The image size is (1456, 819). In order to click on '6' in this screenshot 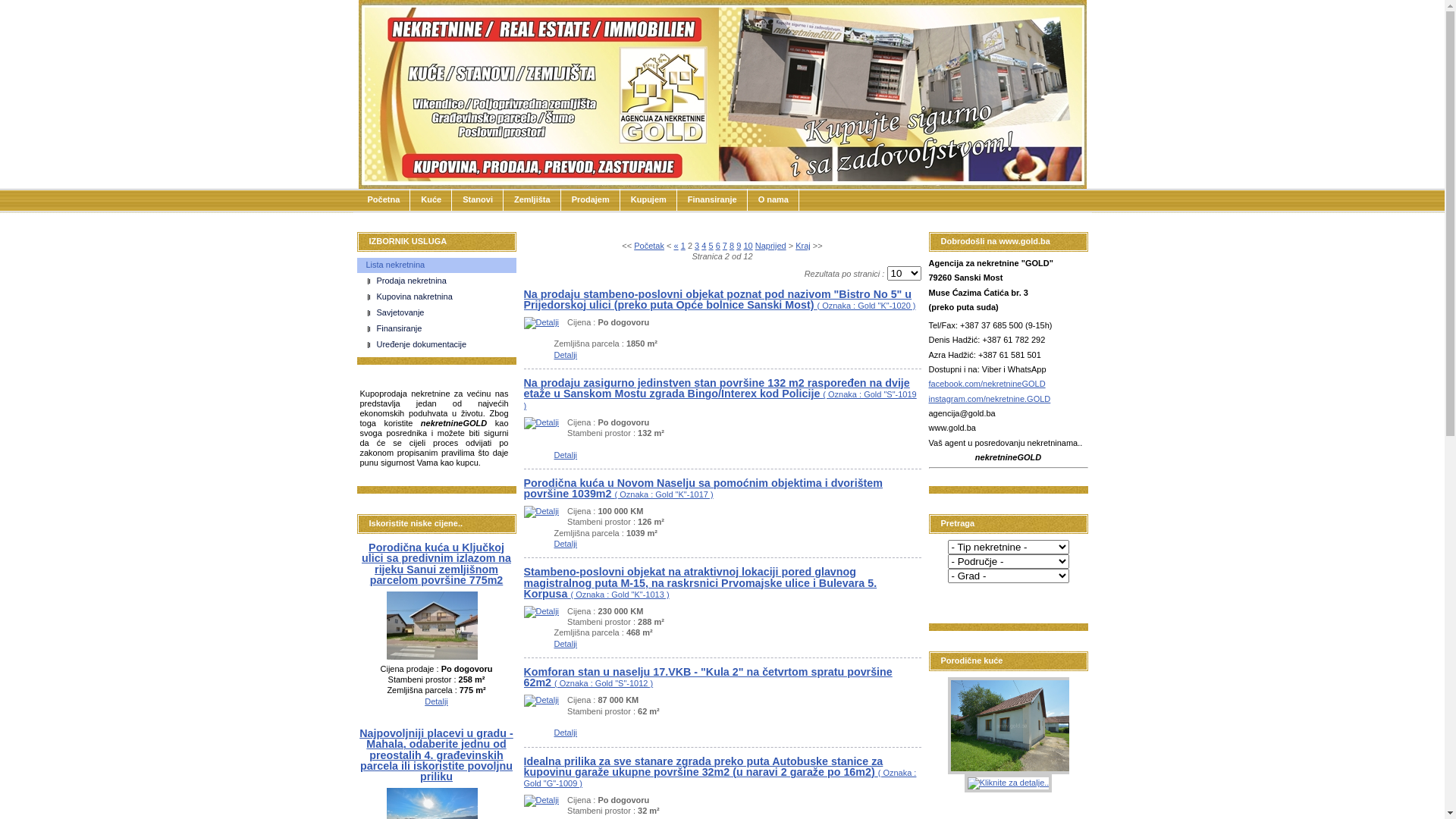, I will do `click(715, 245)`.